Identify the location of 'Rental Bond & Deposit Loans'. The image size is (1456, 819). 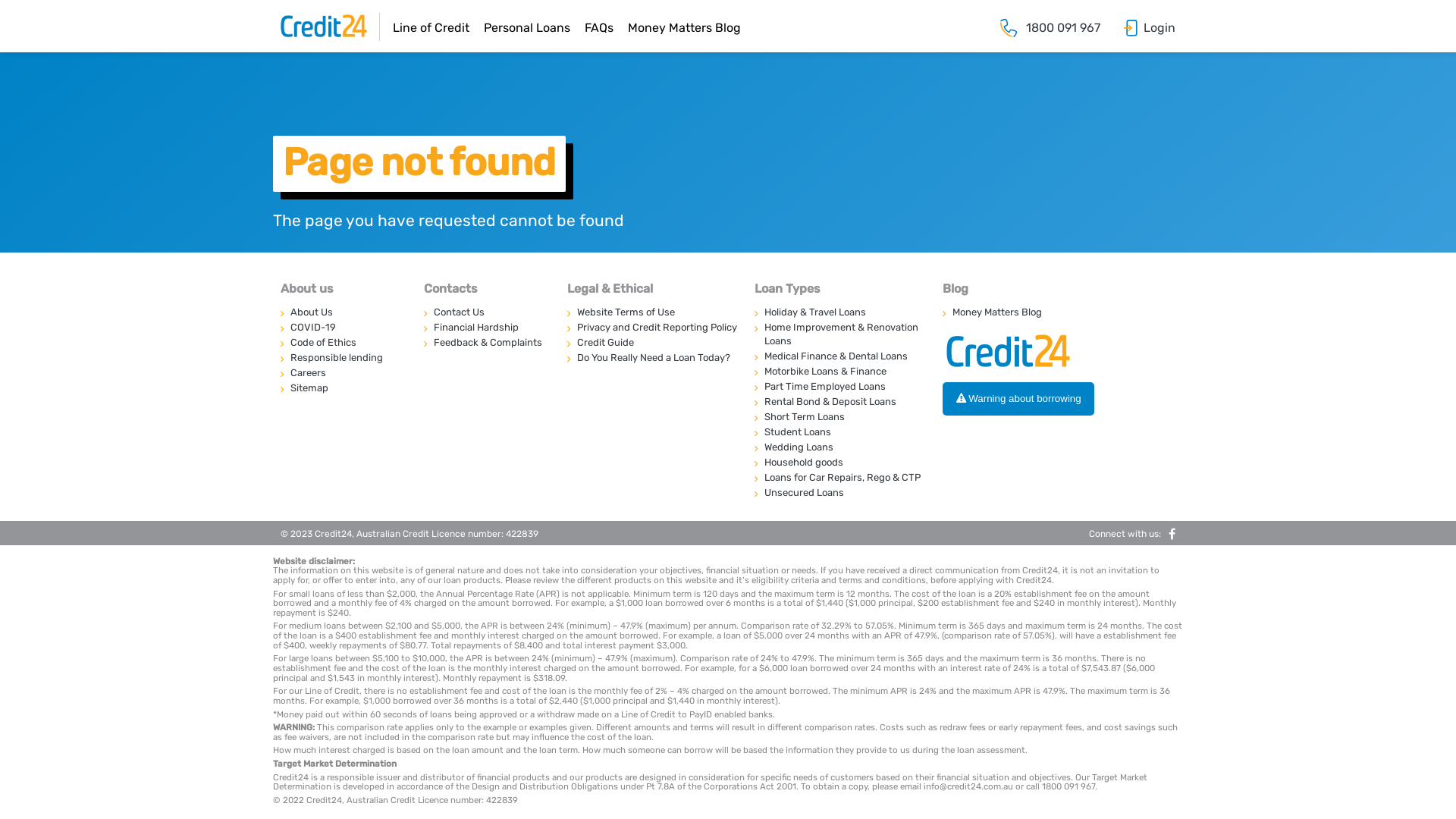
(839, 400).